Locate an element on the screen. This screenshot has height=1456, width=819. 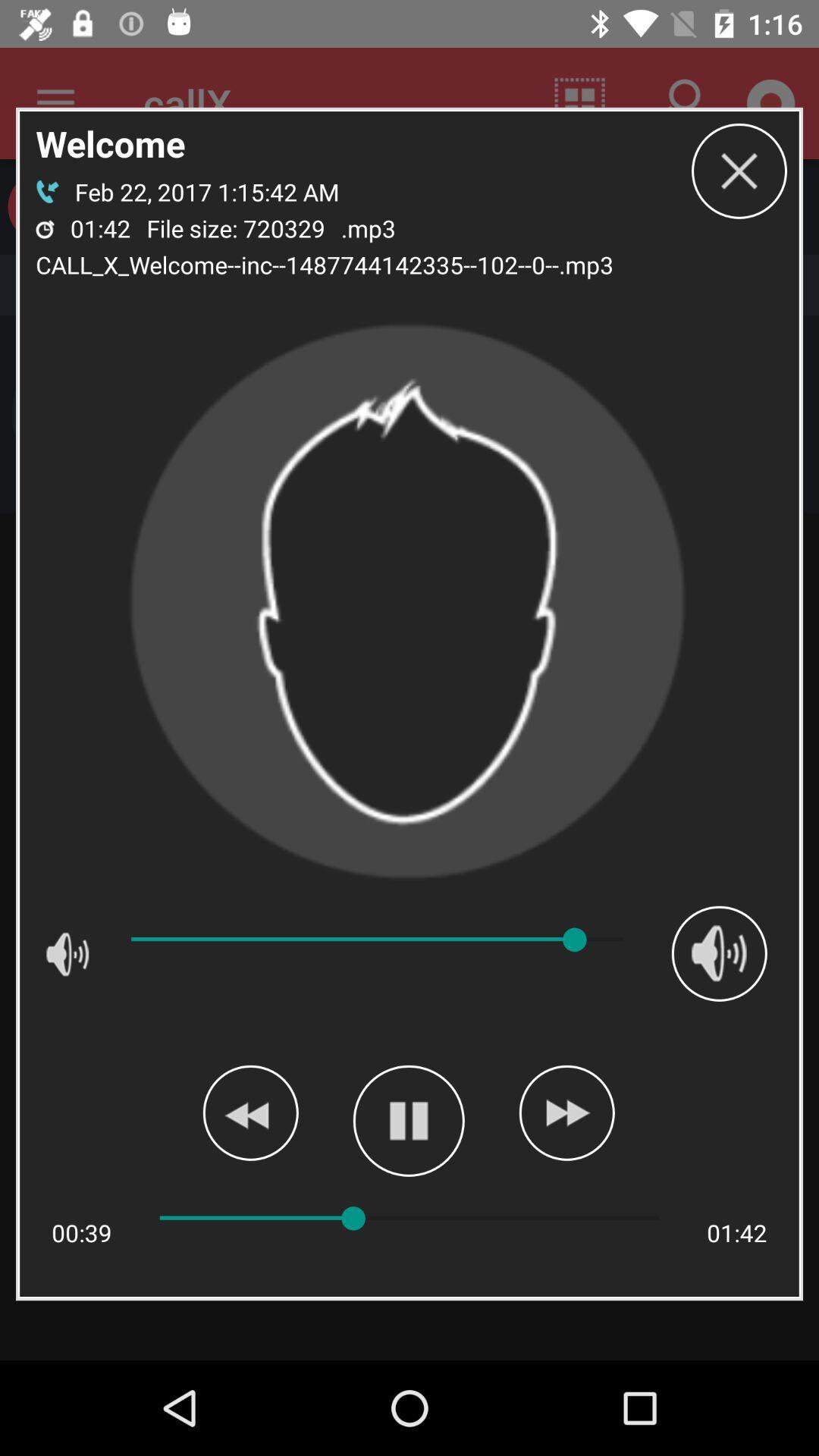
the icon on the right is located at coordinates (718, 952).